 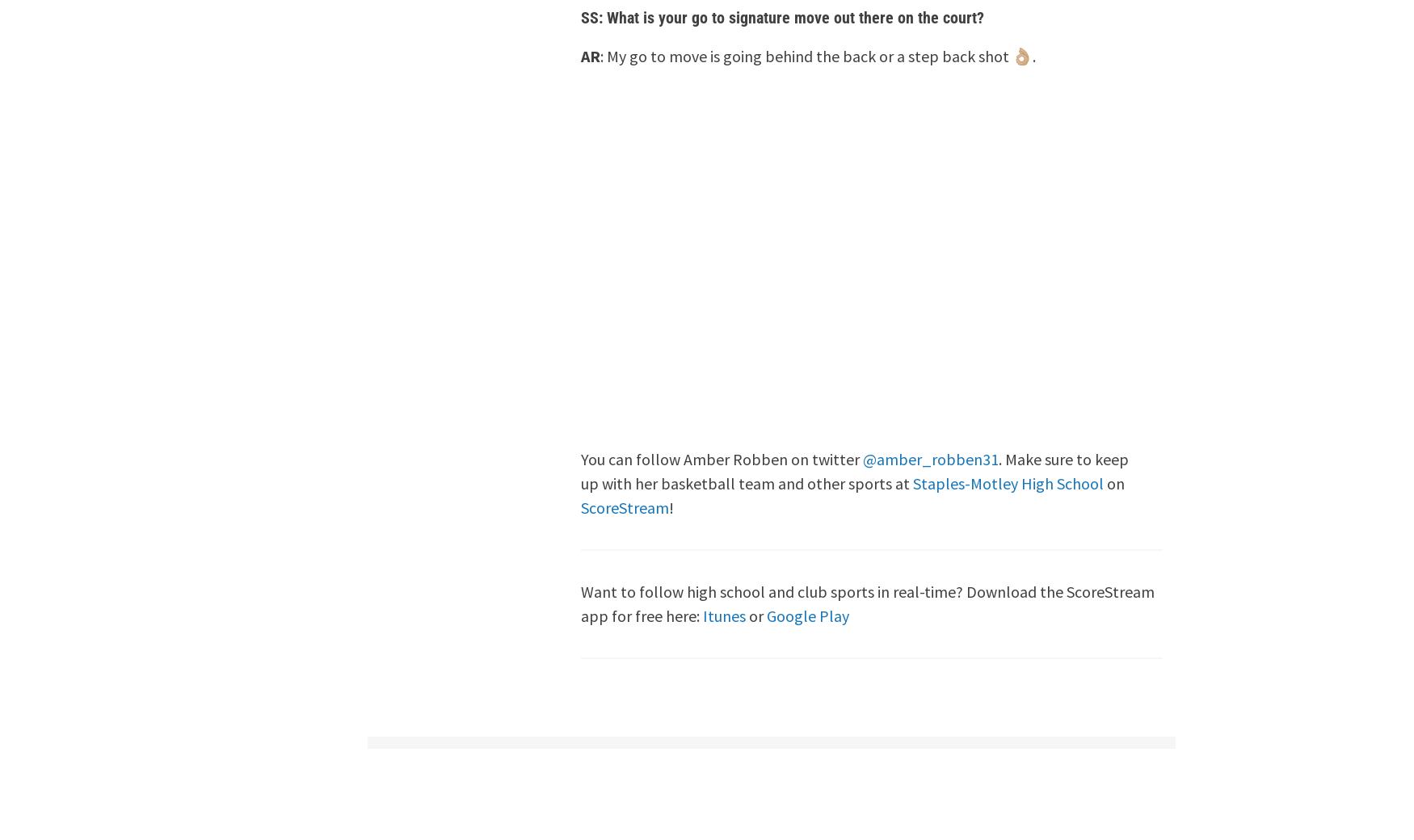 I want to click on '@amber_robben31', so click(x=863, y=458).